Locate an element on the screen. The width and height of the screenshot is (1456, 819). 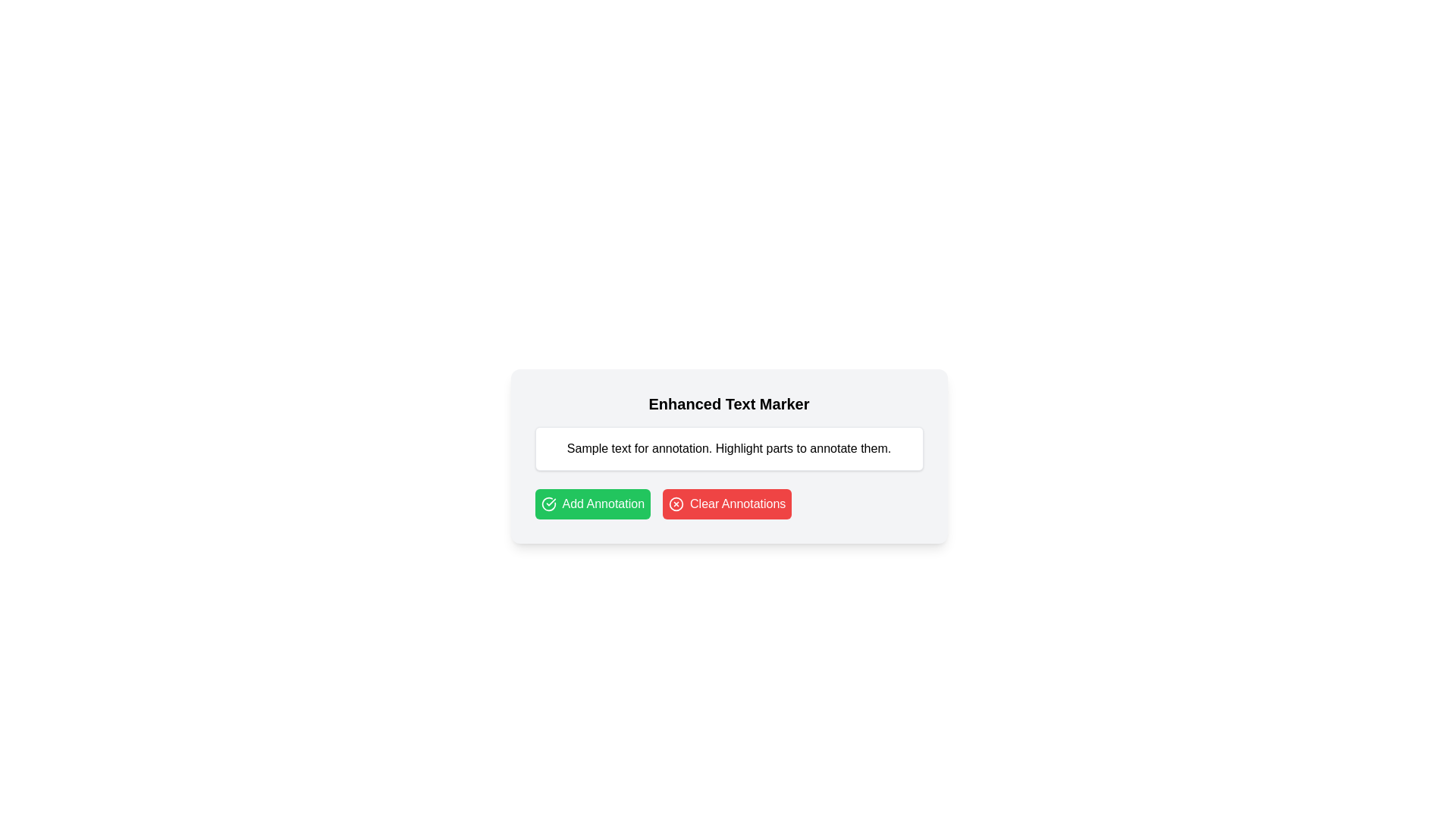
the character 't' in the text block that contains the sentence 'Sample text for annotation. Highlight parts to annotate them.' is located at coordinates (797, 447).